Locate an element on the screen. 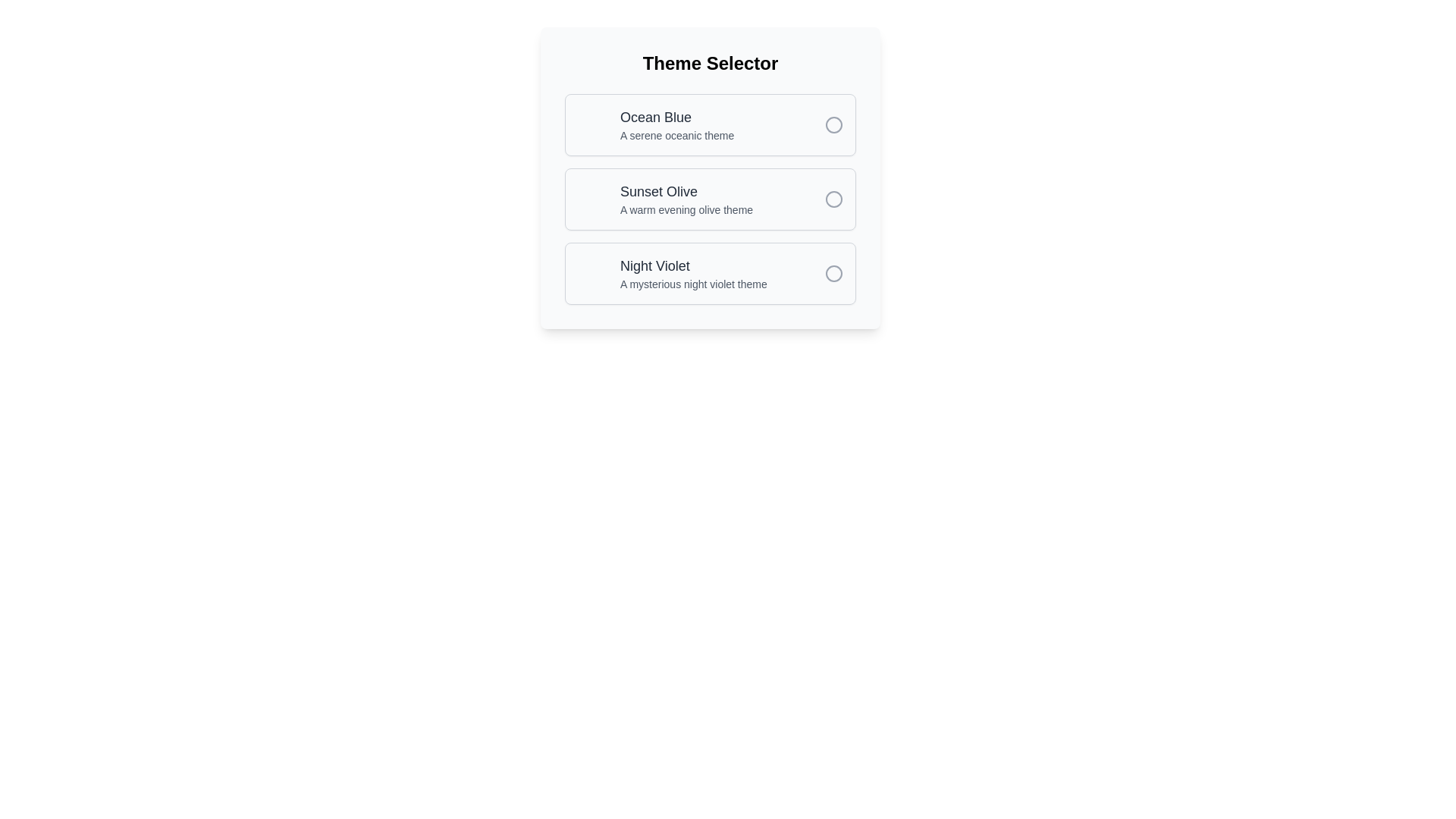  the radio button circle for the 'Night Violet' theme option is located at coordinates (833, 274).